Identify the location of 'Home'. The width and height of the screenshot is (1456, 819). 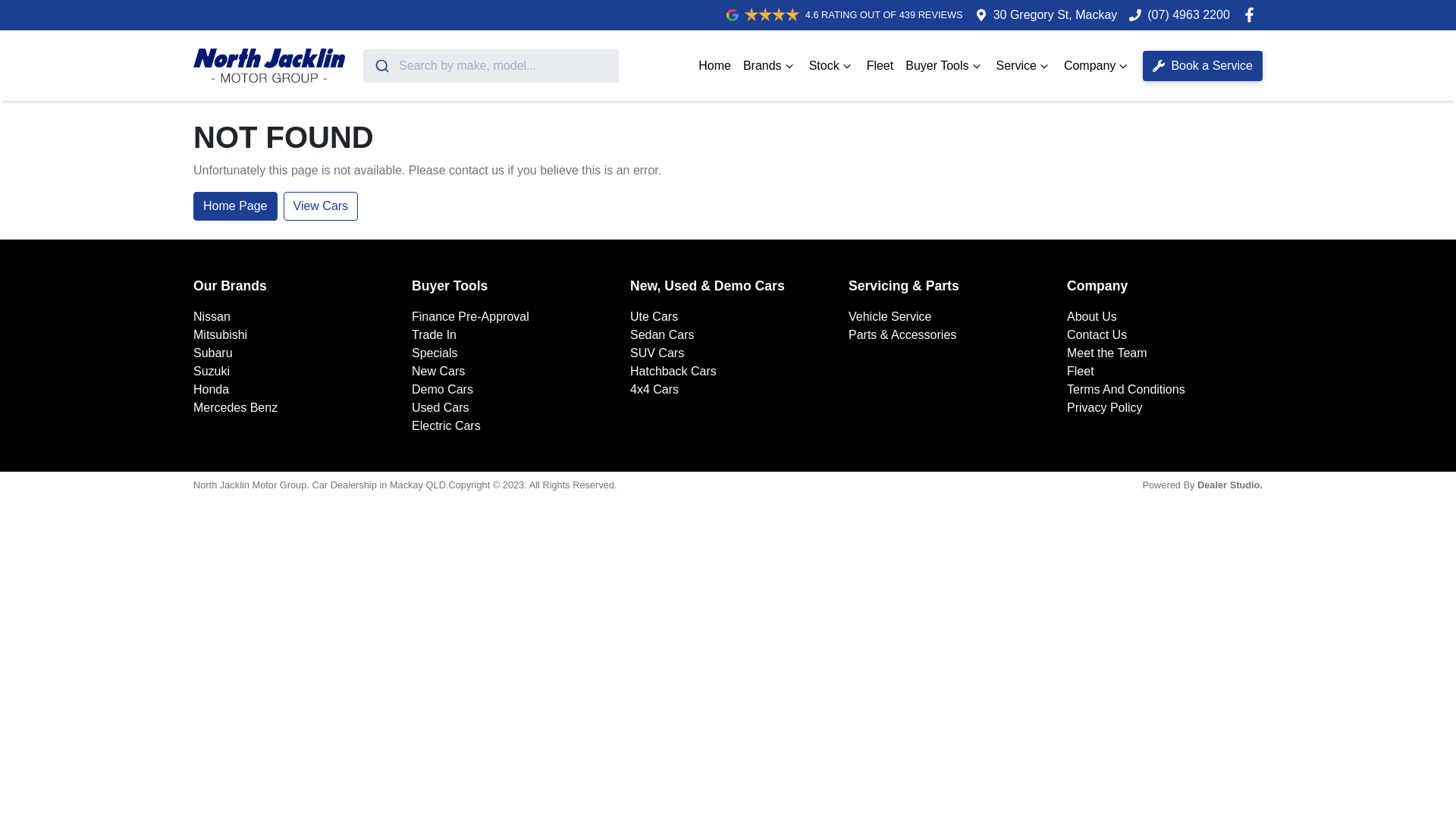
(714, 64).